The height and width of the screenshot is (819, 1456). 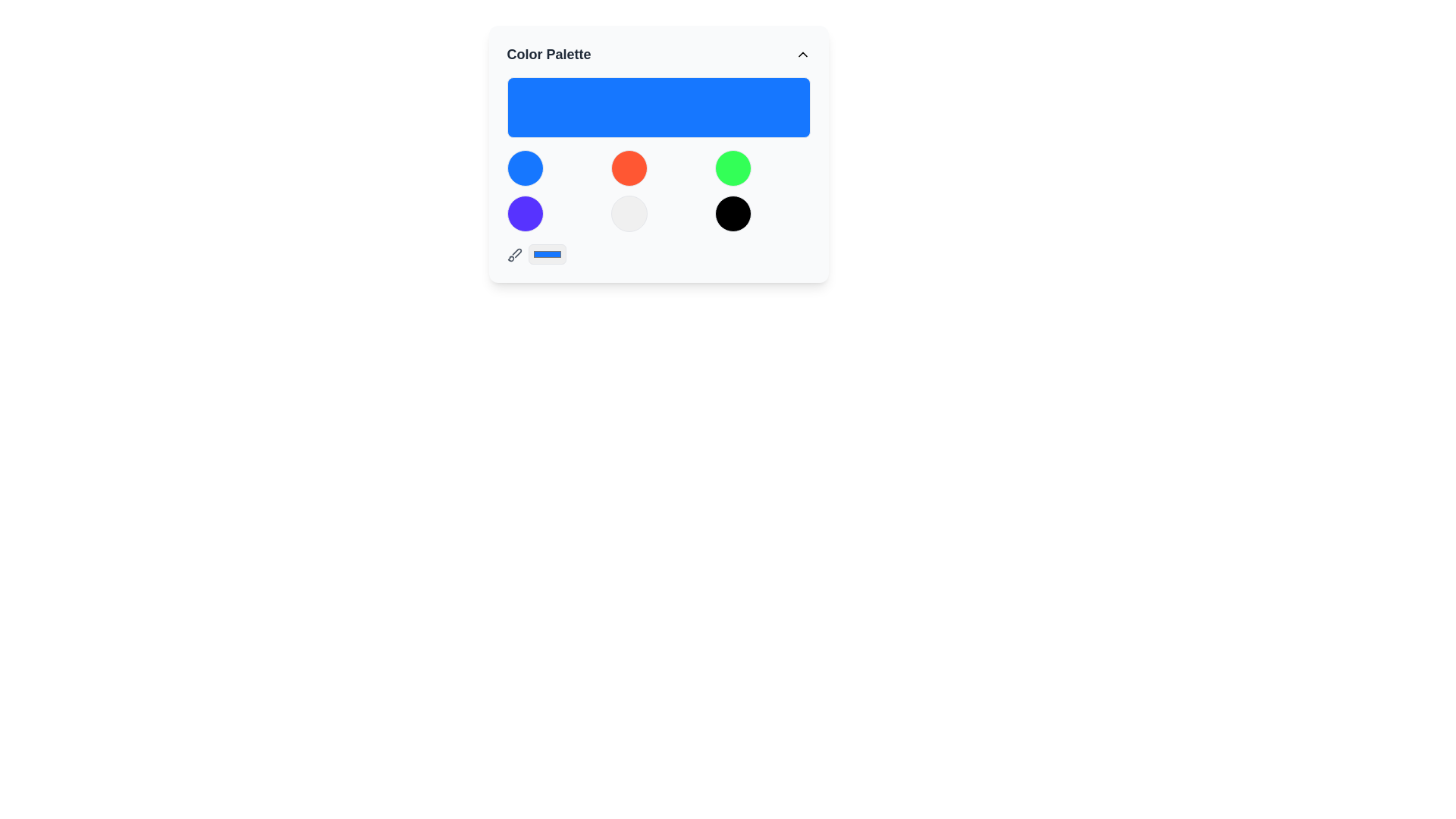 I want to click on the circular interactive button with a vibrant purple background in the Color Palette section by moving the cursor to its center, so click(x=525, y=213).